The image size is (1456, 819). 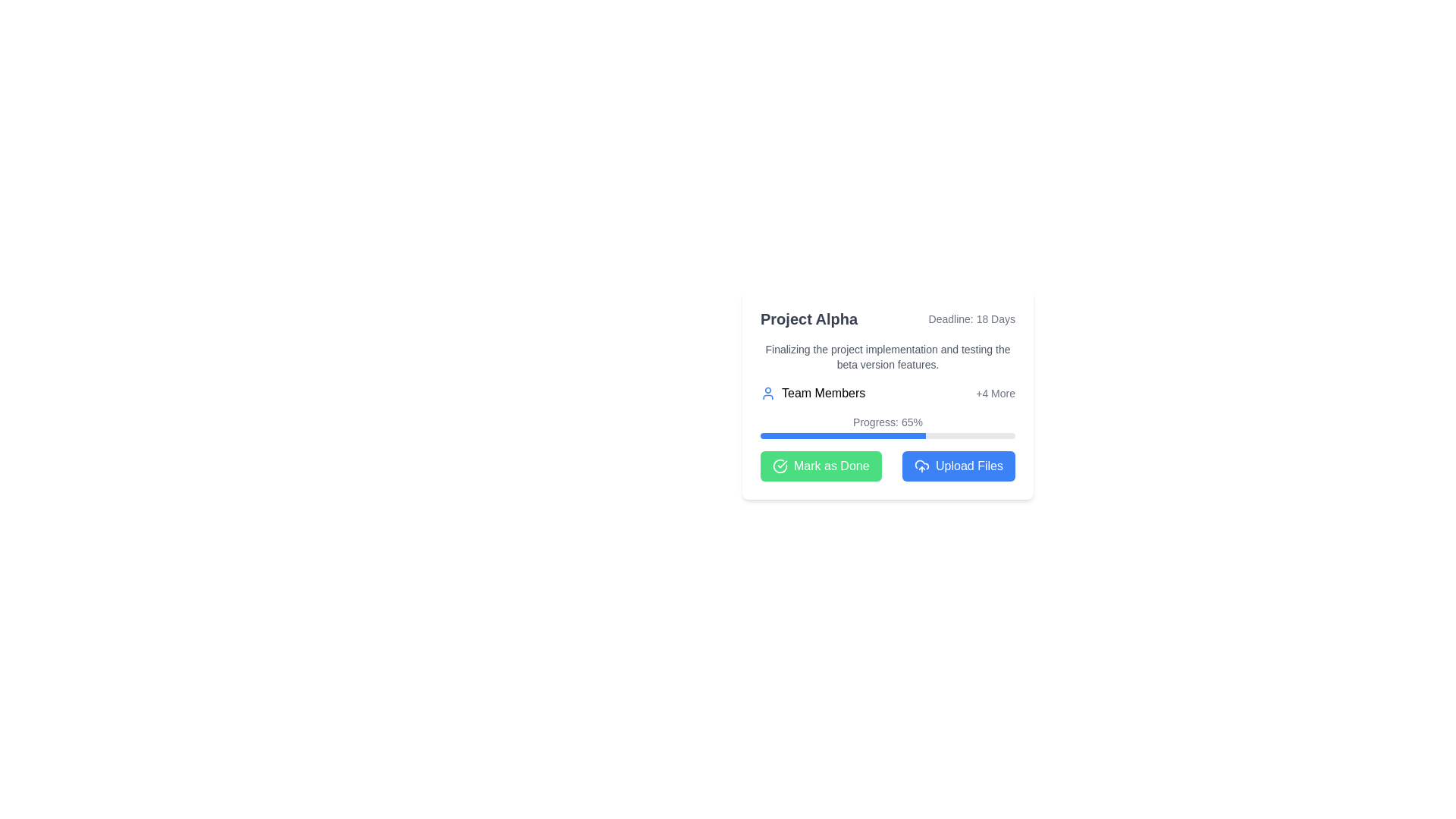 I want to click on text displayed in the static text element that shows 'Progress: 65%', which is styled in a small gray font and is located above the progress bar in the 'Progress' grouping, so click(x=888, y=422).